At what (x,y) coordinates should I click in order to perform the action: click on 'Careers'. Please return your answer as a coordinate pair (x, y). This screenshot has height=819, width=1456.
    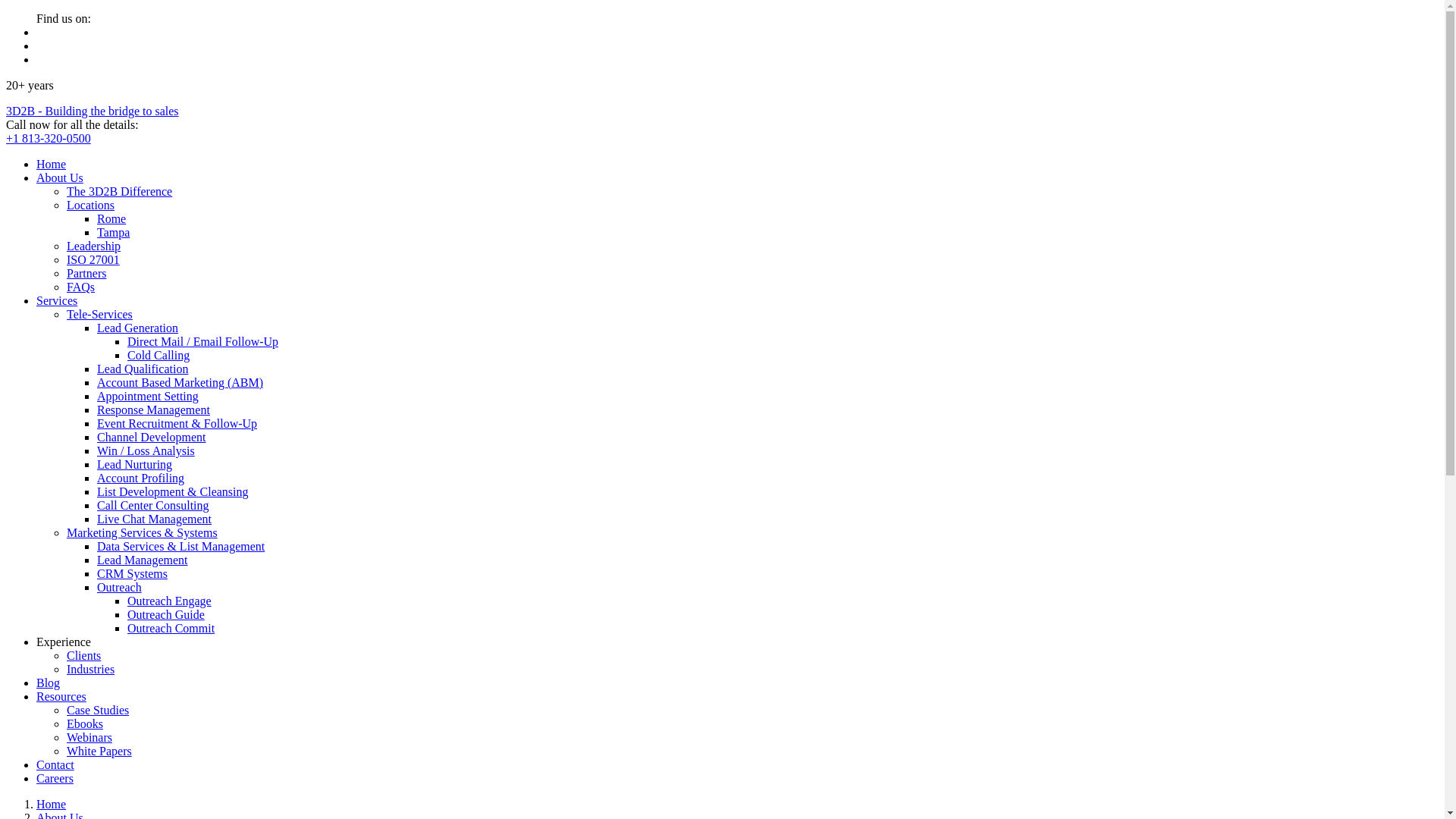
    Looking at the image, I should click on (55, 778).